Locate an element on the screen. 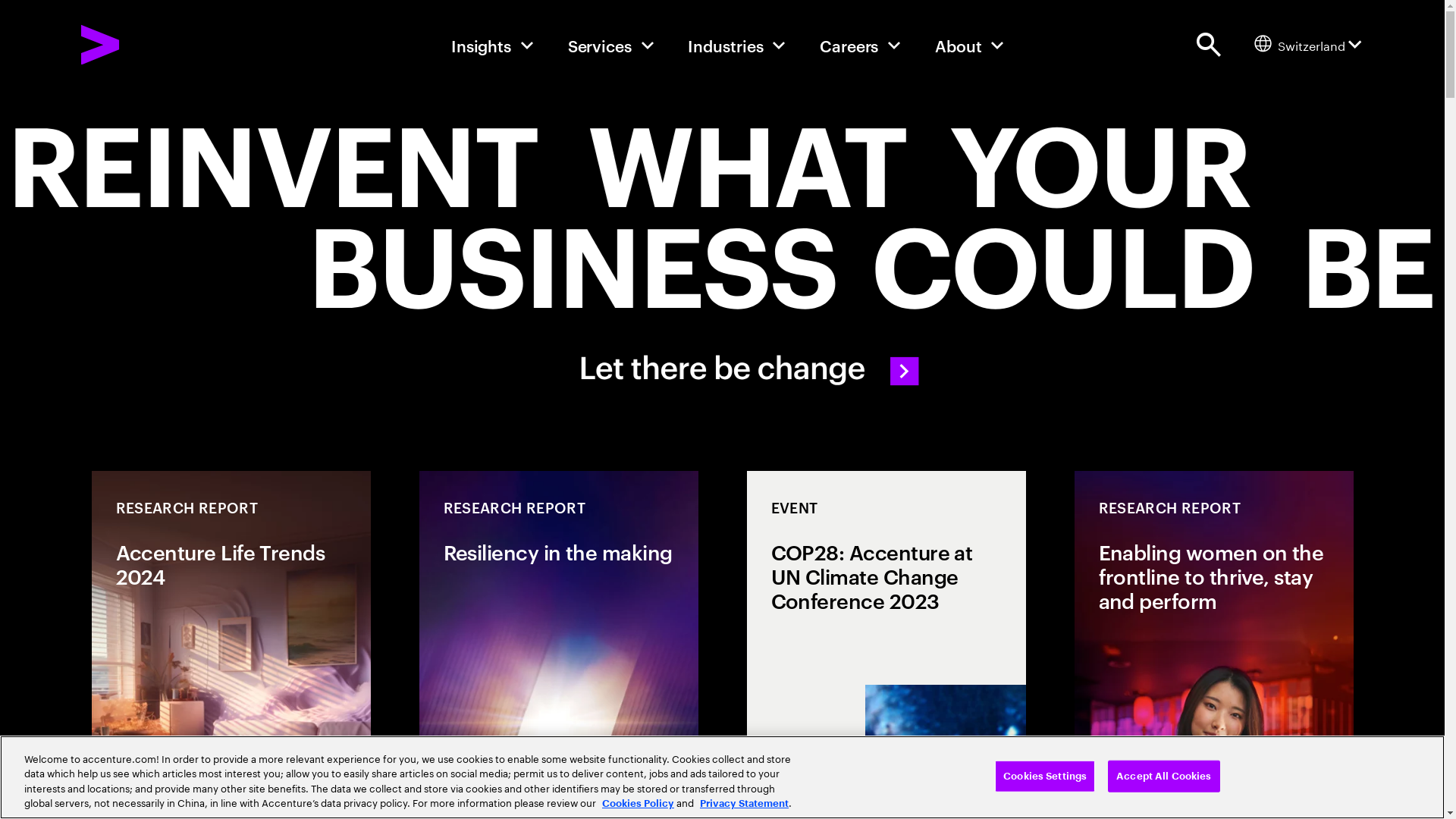 Image resolution: width=1456 pixels, height=819 pixels. 'Industries' is located at coordinates (687, 43).